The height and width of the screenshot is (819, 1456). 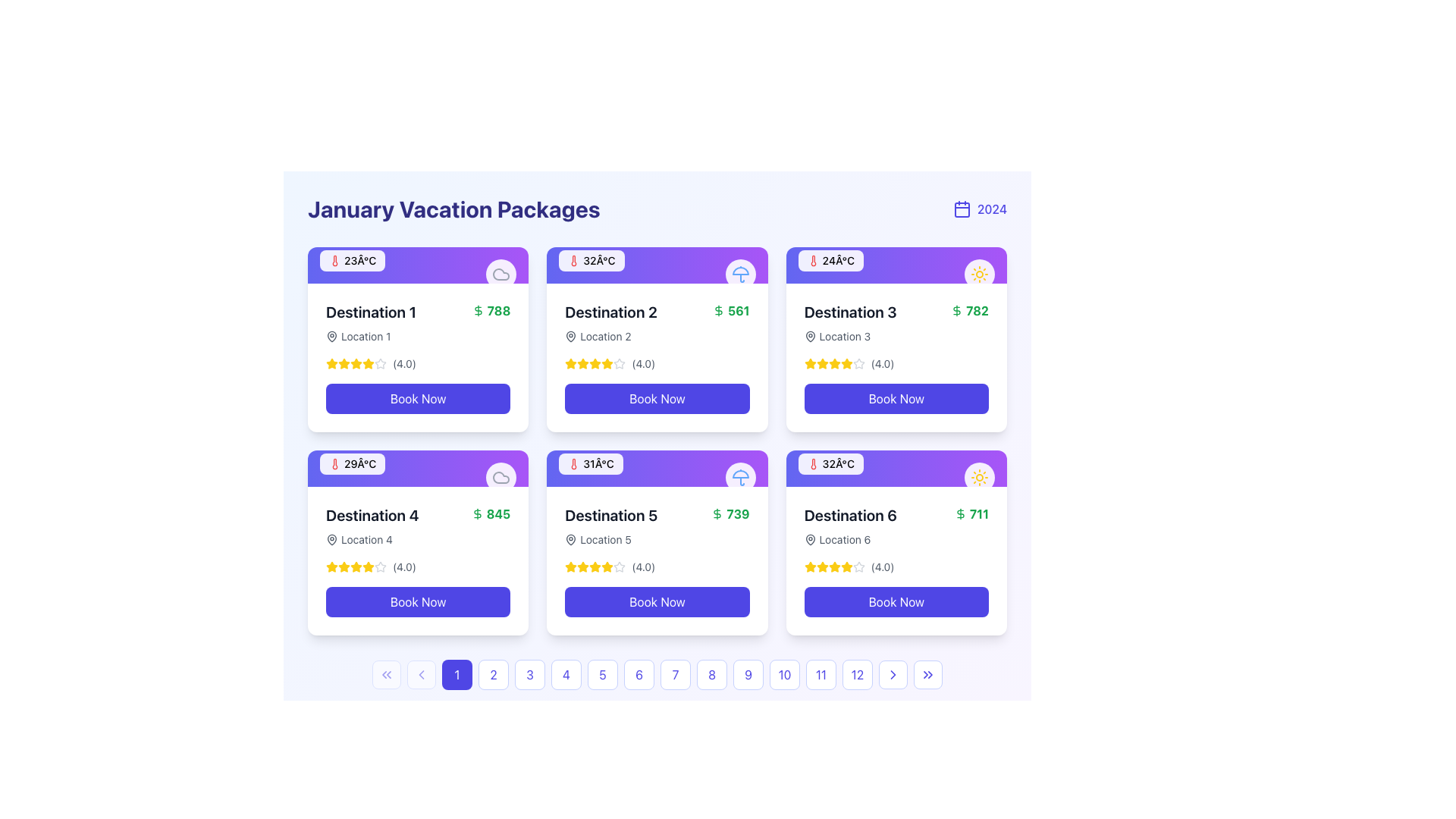 I want to click on text value '(4.0)' displayed in gray color, which indicates the rating score next to the star icons in the first card of the top row of vacation packages, so click(x=404, y=363).